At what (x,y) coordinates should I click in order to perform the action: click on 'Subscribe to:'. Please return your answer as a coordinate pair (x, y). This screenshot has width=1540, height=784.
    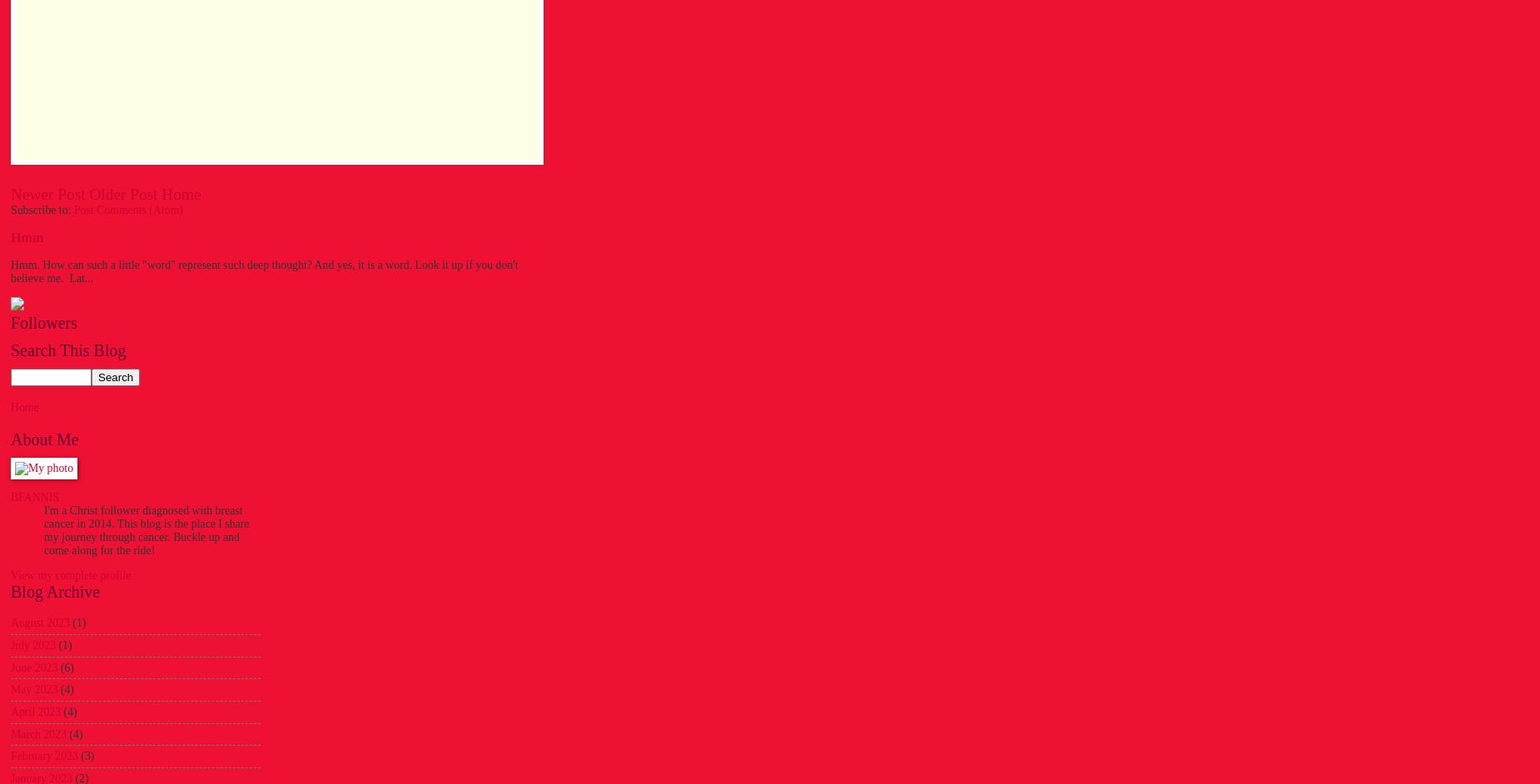
    Looking at the image, I should click on (41, 208).